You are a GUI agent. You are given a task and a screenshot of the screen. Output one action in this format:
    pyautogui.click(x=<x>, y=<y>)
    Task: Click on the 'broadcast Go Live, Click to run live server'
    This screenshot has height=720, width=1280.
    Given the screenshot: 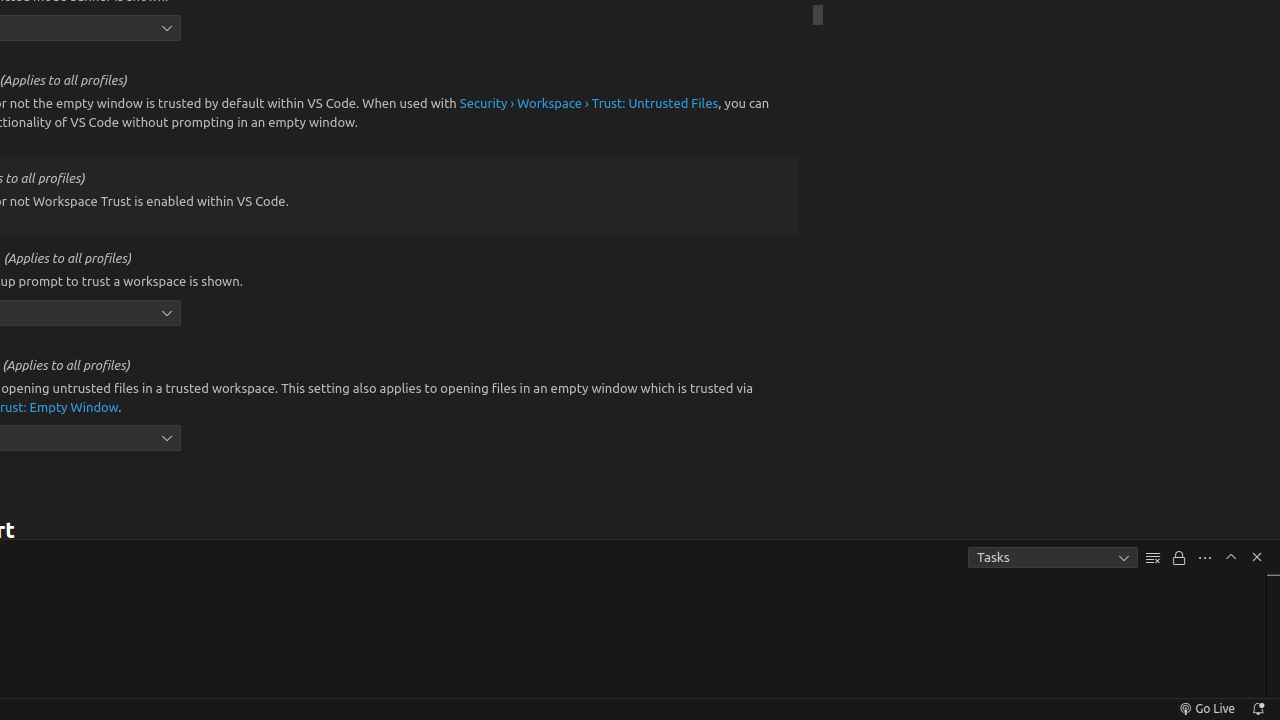 What is the action you would take?
    pyautogui.click(x=1205, y=707)
    